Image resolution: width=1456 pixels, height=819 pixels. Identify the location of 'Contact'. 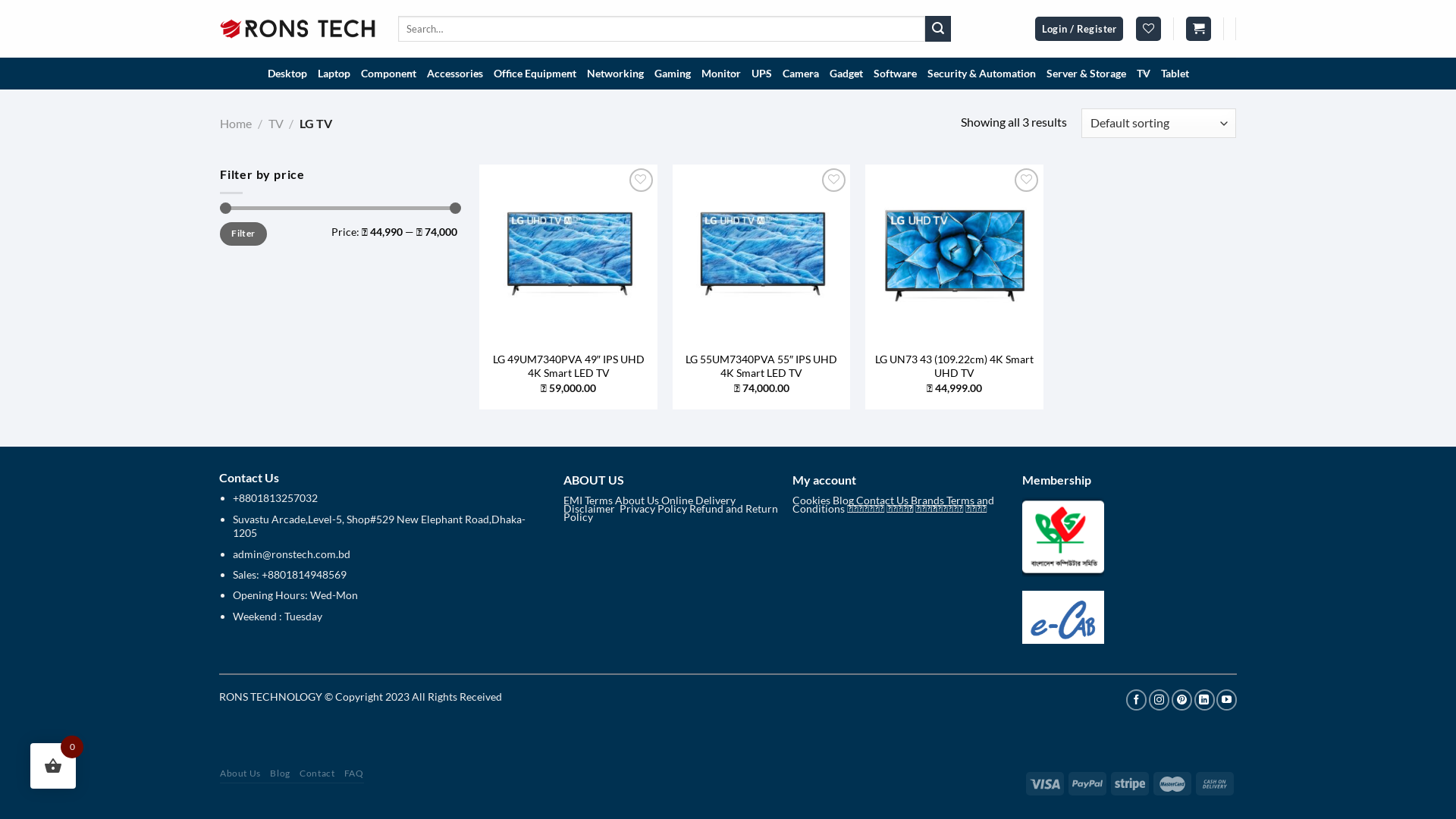
(315, 773).